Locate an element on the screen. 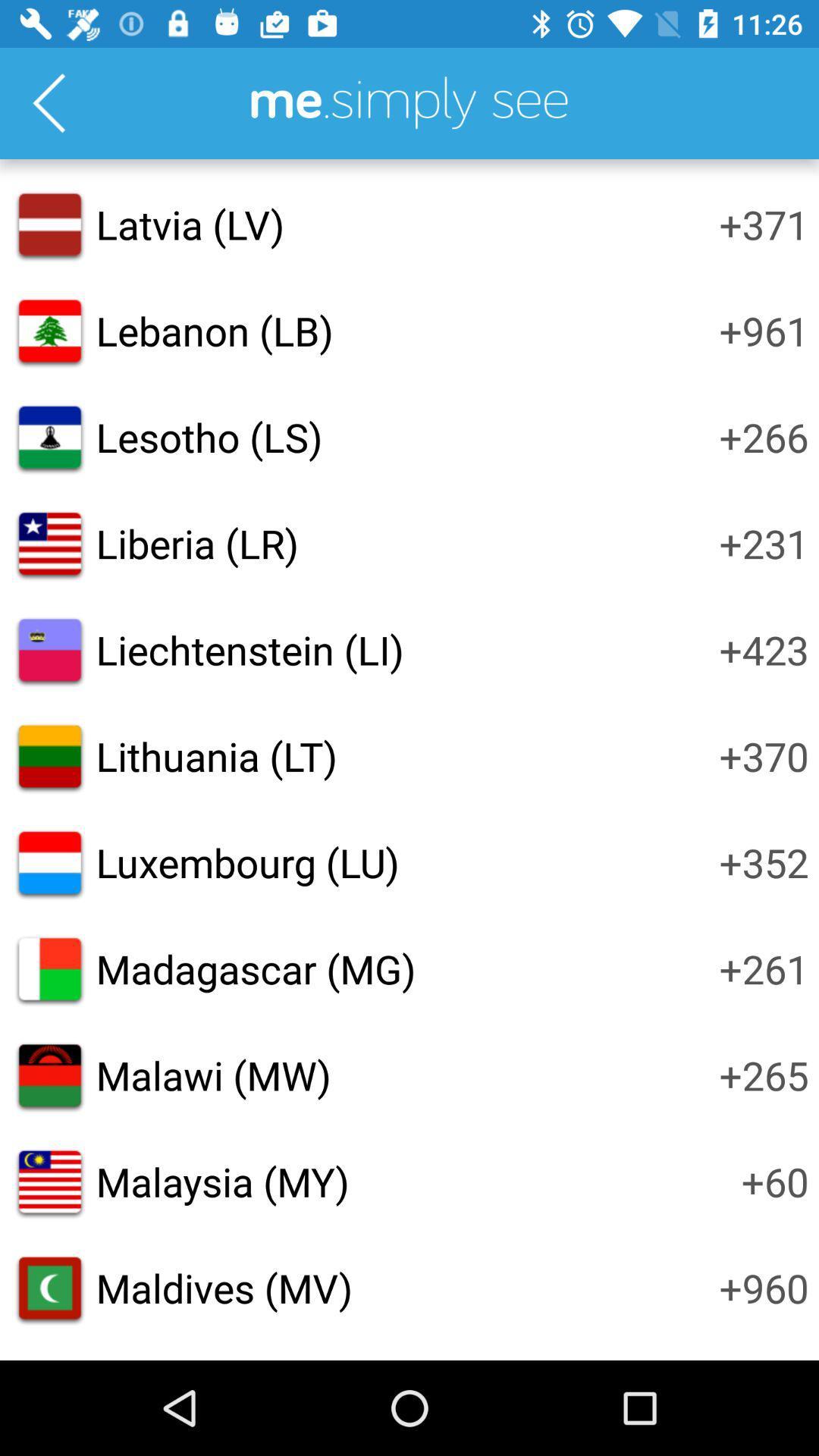  previous is located at coordinates (48, 102).